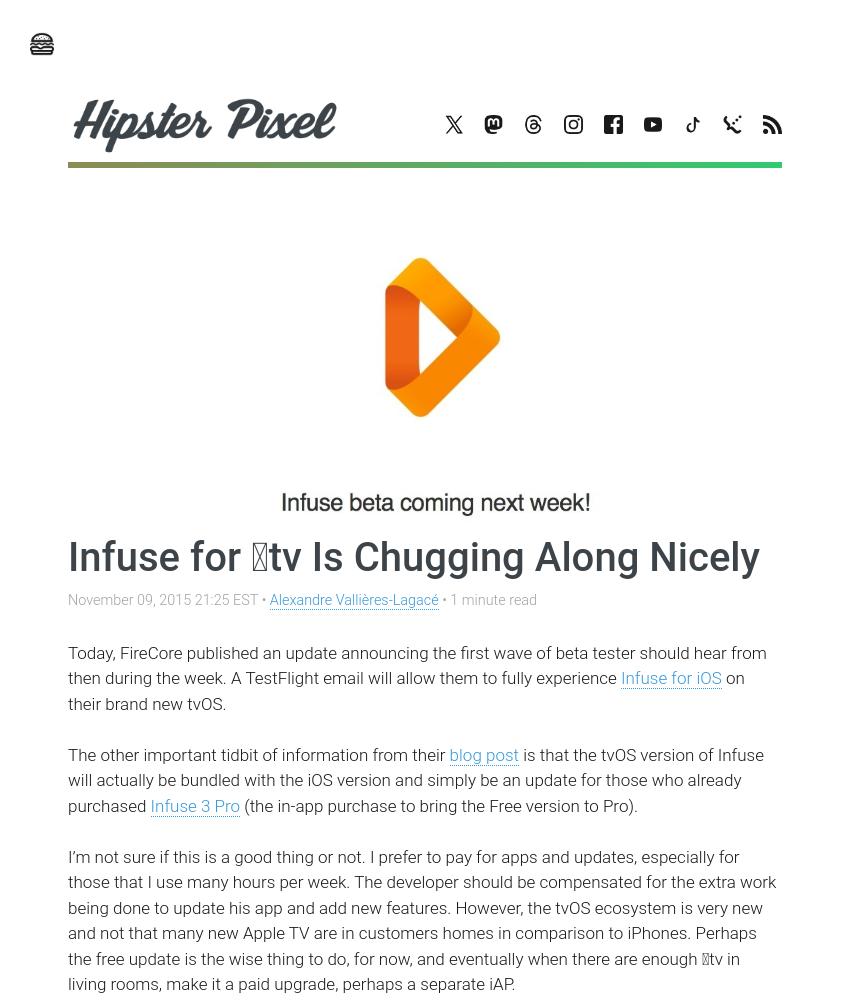 The image size is (850, 1000). What do you see at coordinates (487, 599) in the screenshot?
I see `'• 1 minute read'` at bounding box center [487, 599].